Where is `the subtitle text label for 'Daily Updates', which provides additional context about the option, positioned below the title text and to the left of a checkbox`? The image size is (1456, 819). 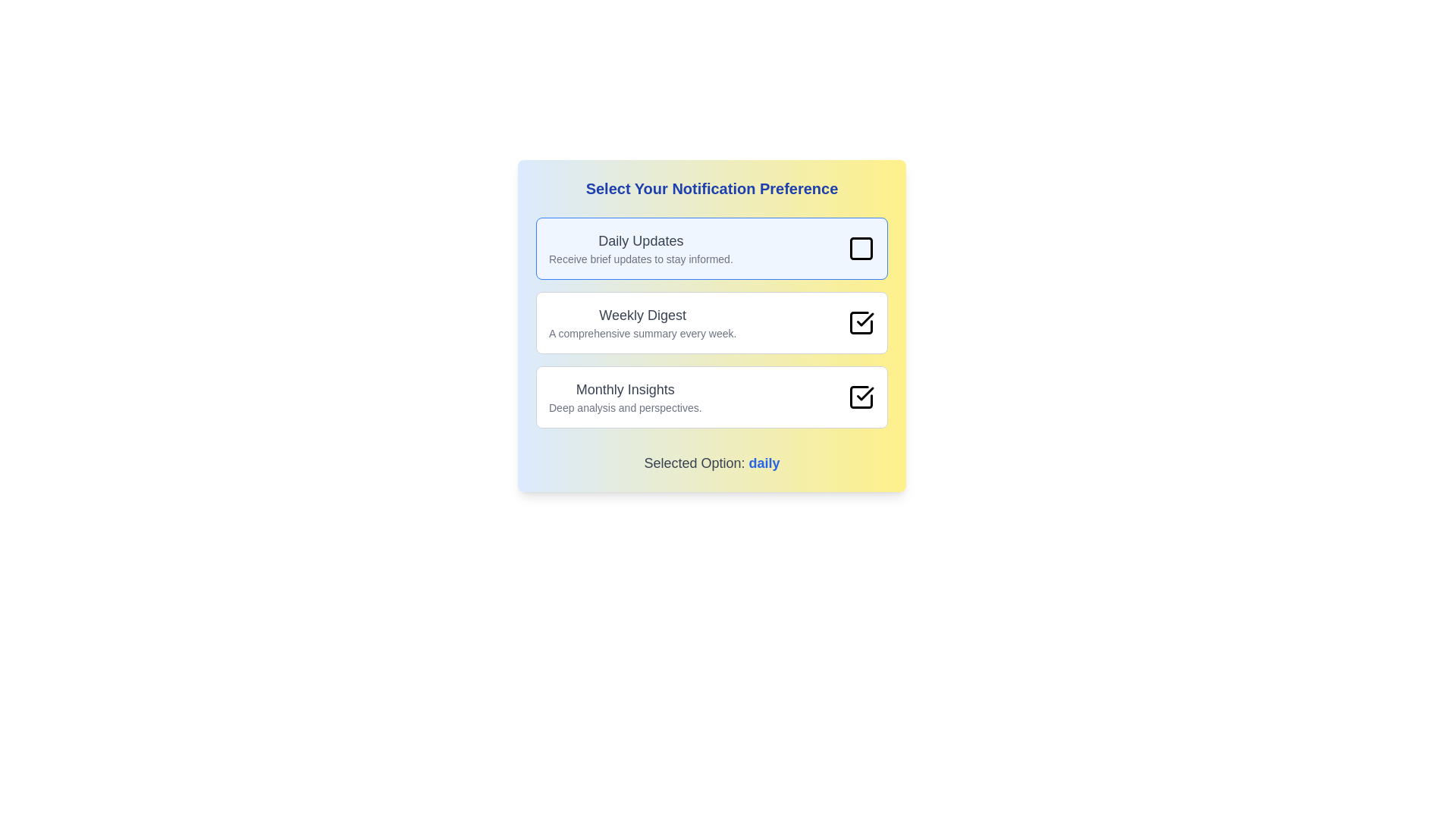
the subtitle text label for 'Daily Updates', which provides additional context about the option, positioned below the title text and to the left of a checkbox is located at coordinates (641, 259).